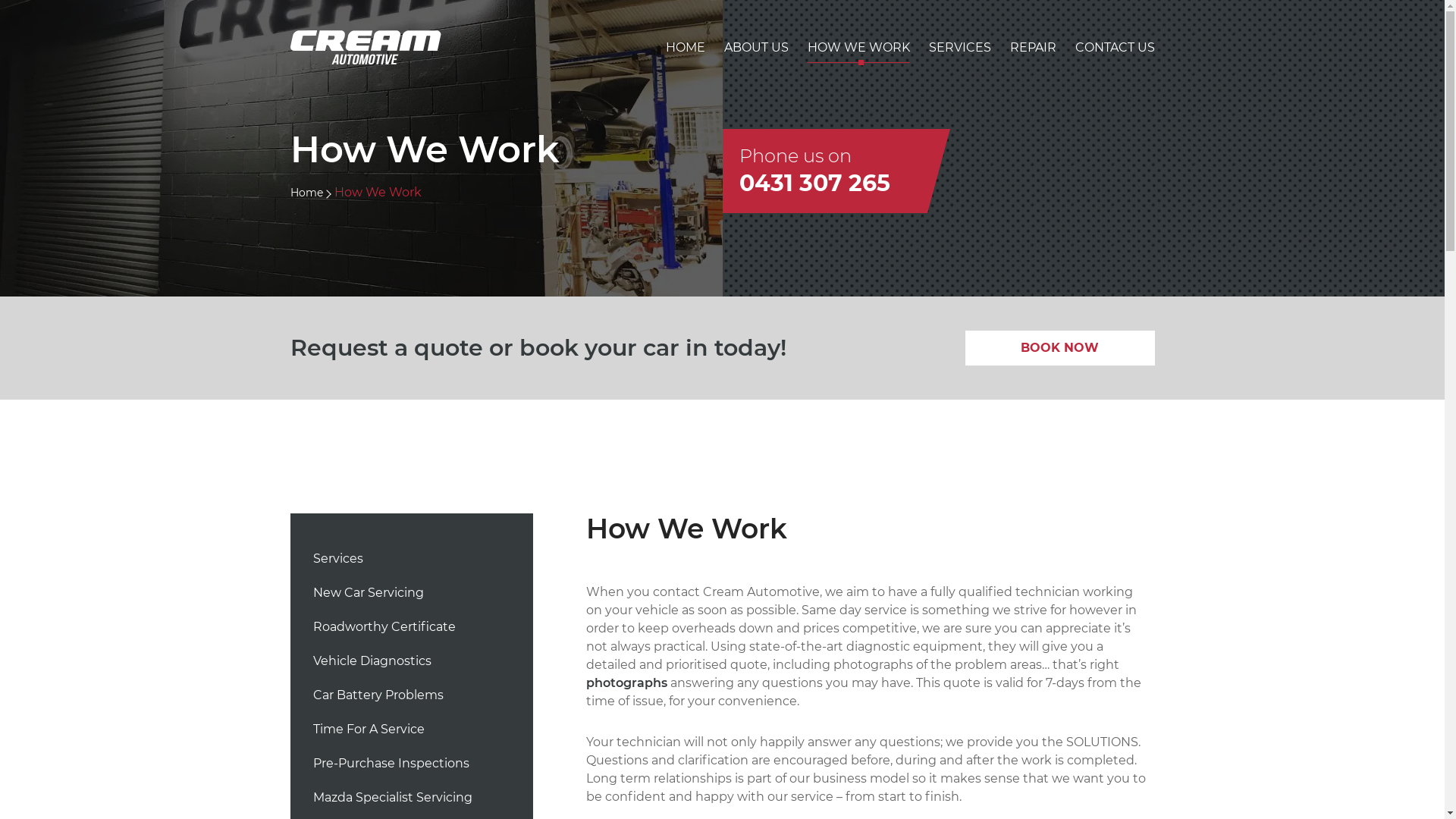 This screenshot has width=1456, height=819. Describe the element at coordinates (755, 52) in the screenshot. I see `'ABOUT US'` at that location.